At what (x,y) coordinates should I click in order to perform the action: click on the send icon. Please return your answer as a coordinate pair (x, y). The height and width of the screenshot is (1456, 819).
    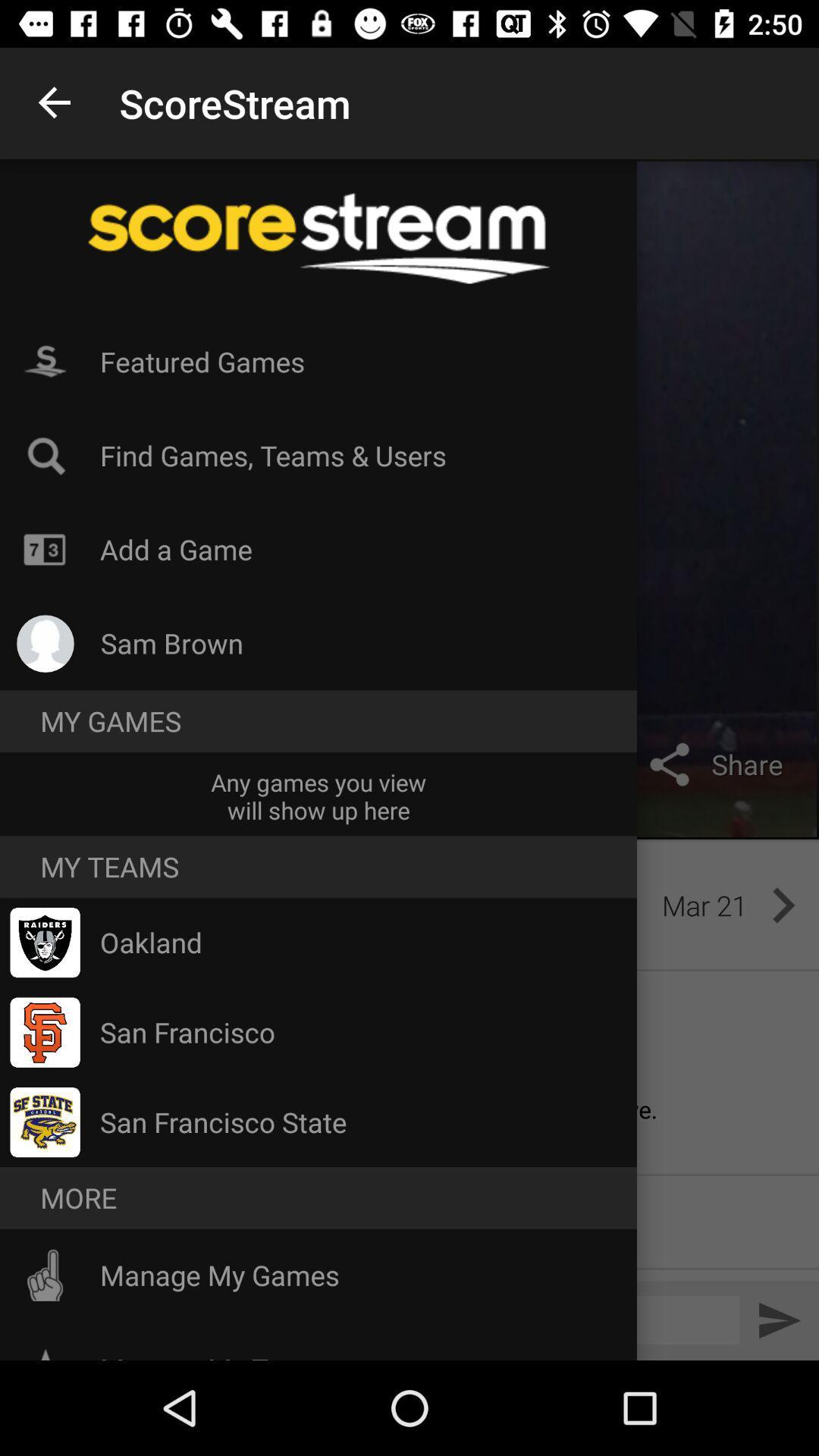
    Looking at the image, I should click on (779, 1319).